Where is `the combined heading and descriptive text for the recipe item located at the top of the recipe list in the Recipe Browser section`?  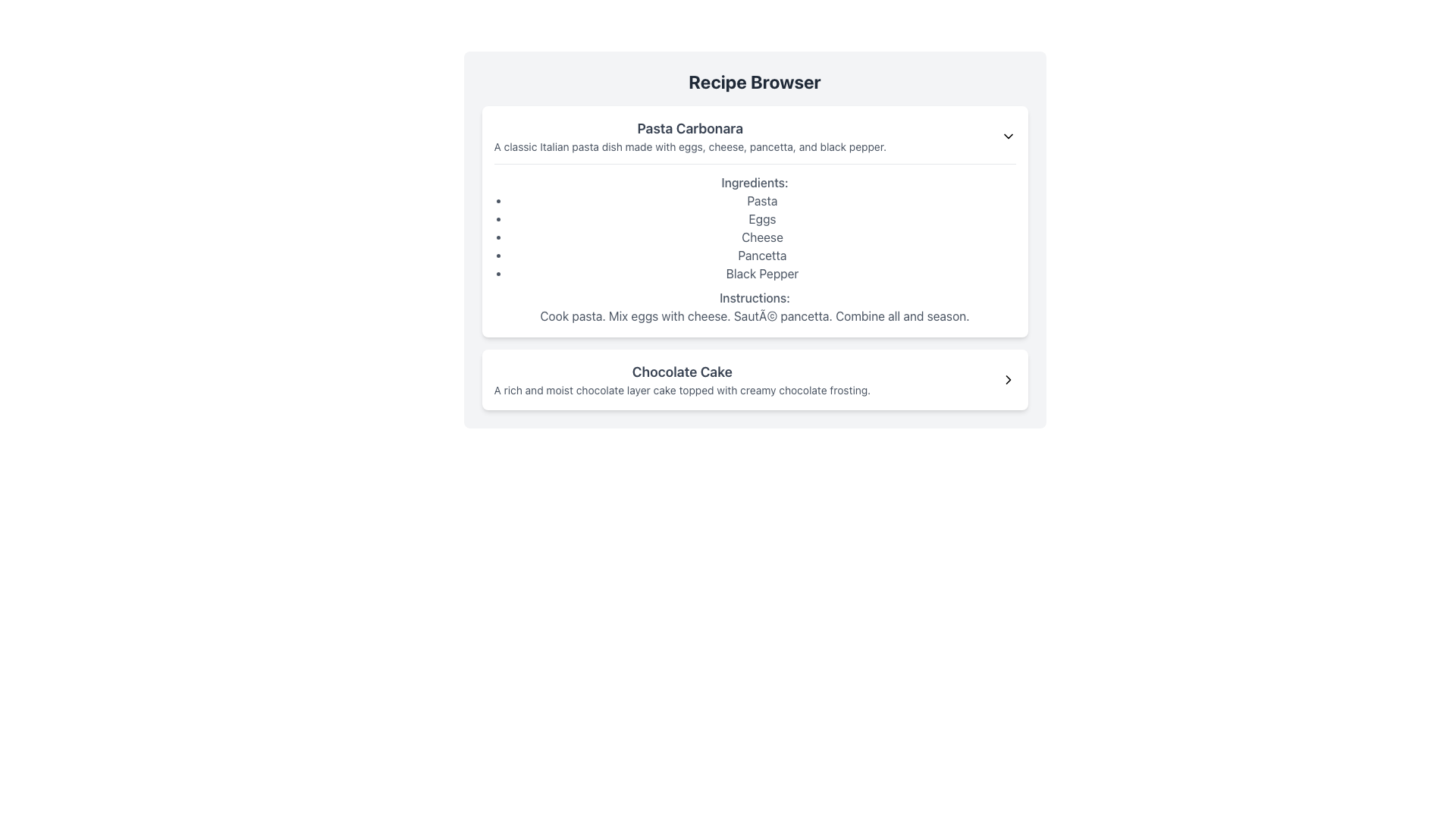 the combined heading and descriptive text for the recipe item located at the top of the recipe list in the Recipe Browser section is located at coordinates (689, 136).